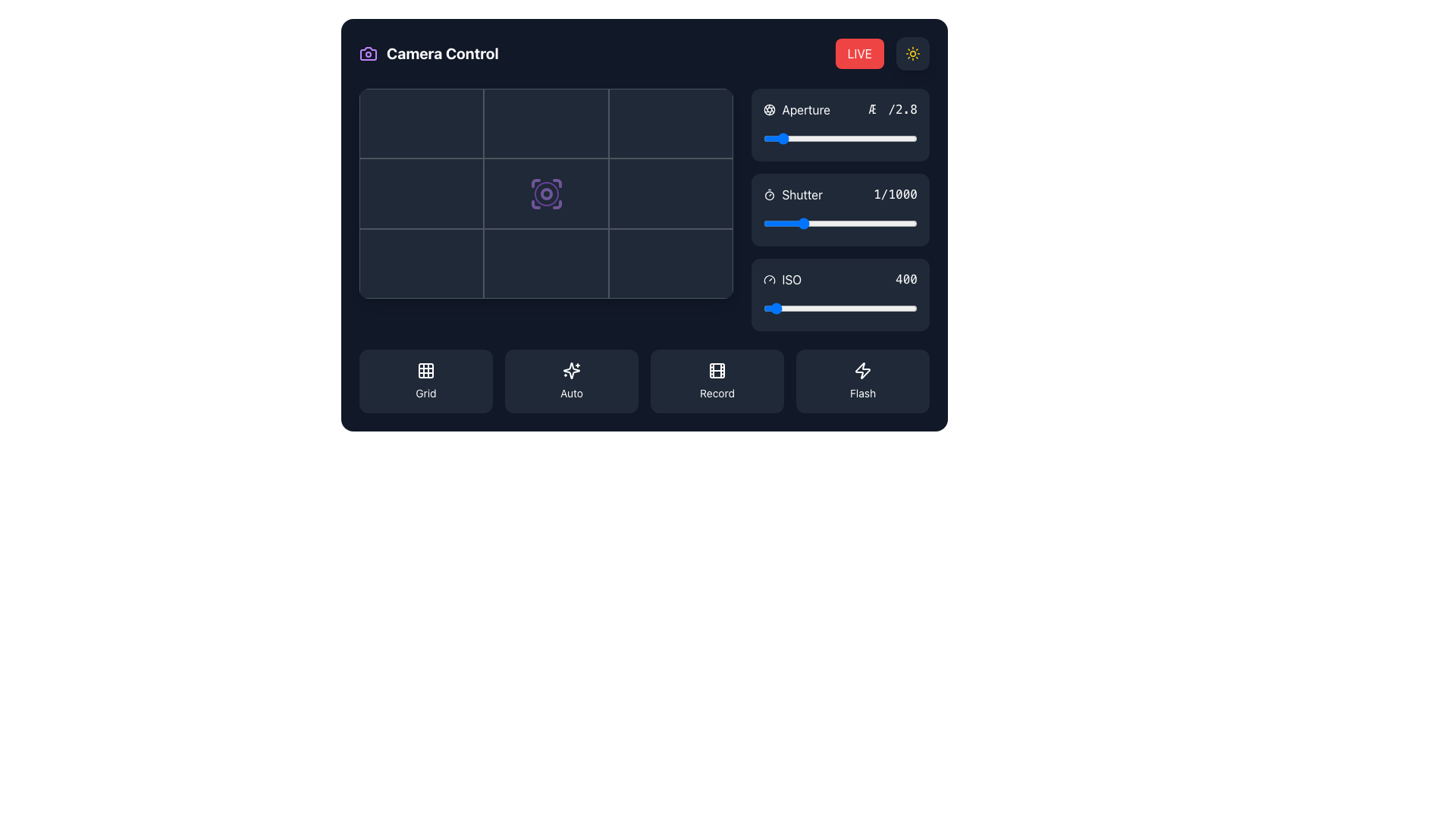 The height and width of the screenshot is (819, 1456). I want to click on the shutter speed, so click(820, 223).